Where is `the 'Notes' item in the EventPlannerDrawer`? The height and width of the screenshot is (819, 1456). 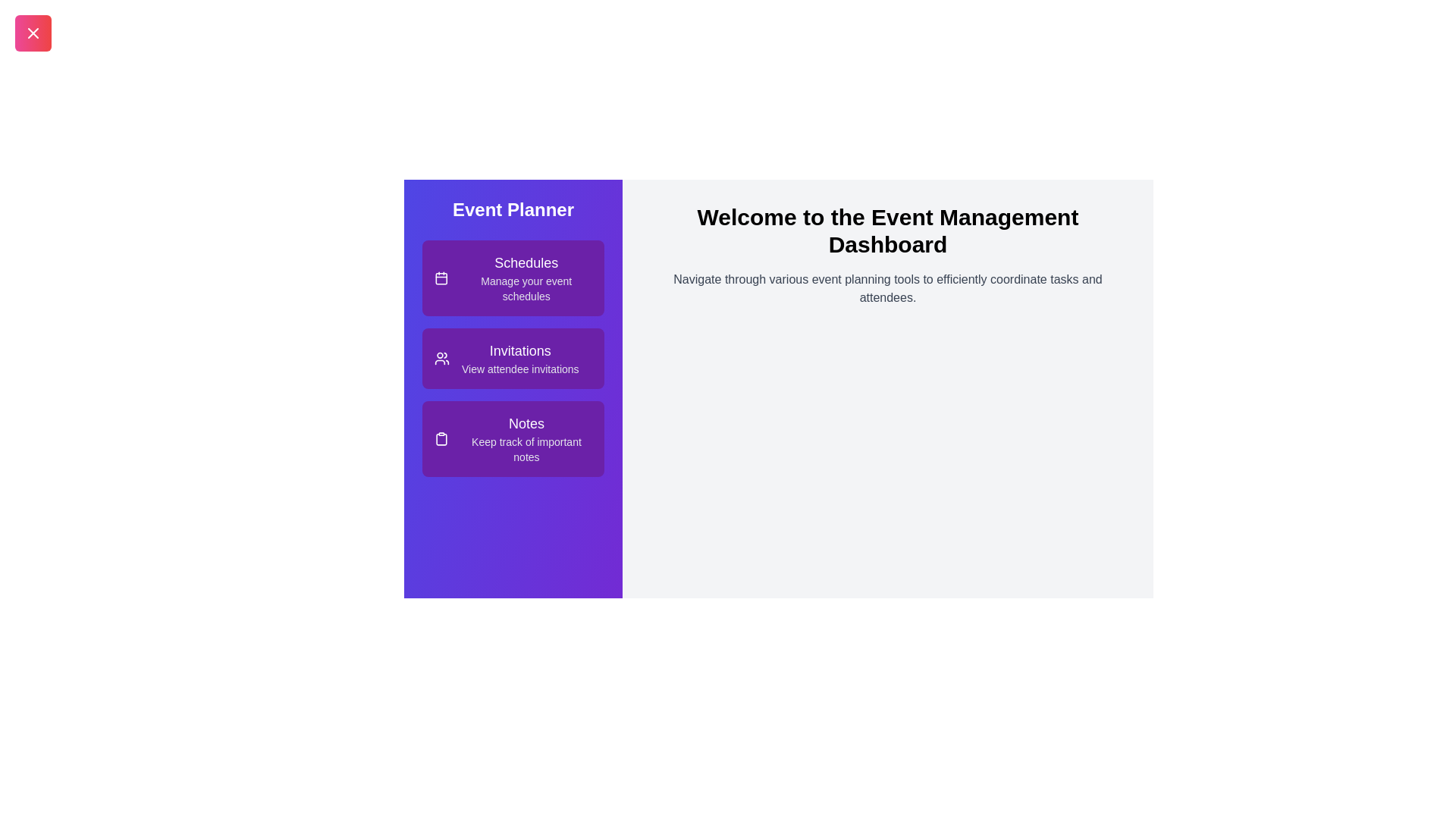 the 'Notes' item in the EventPlannerDrawer is located at coordinates (513, 438).